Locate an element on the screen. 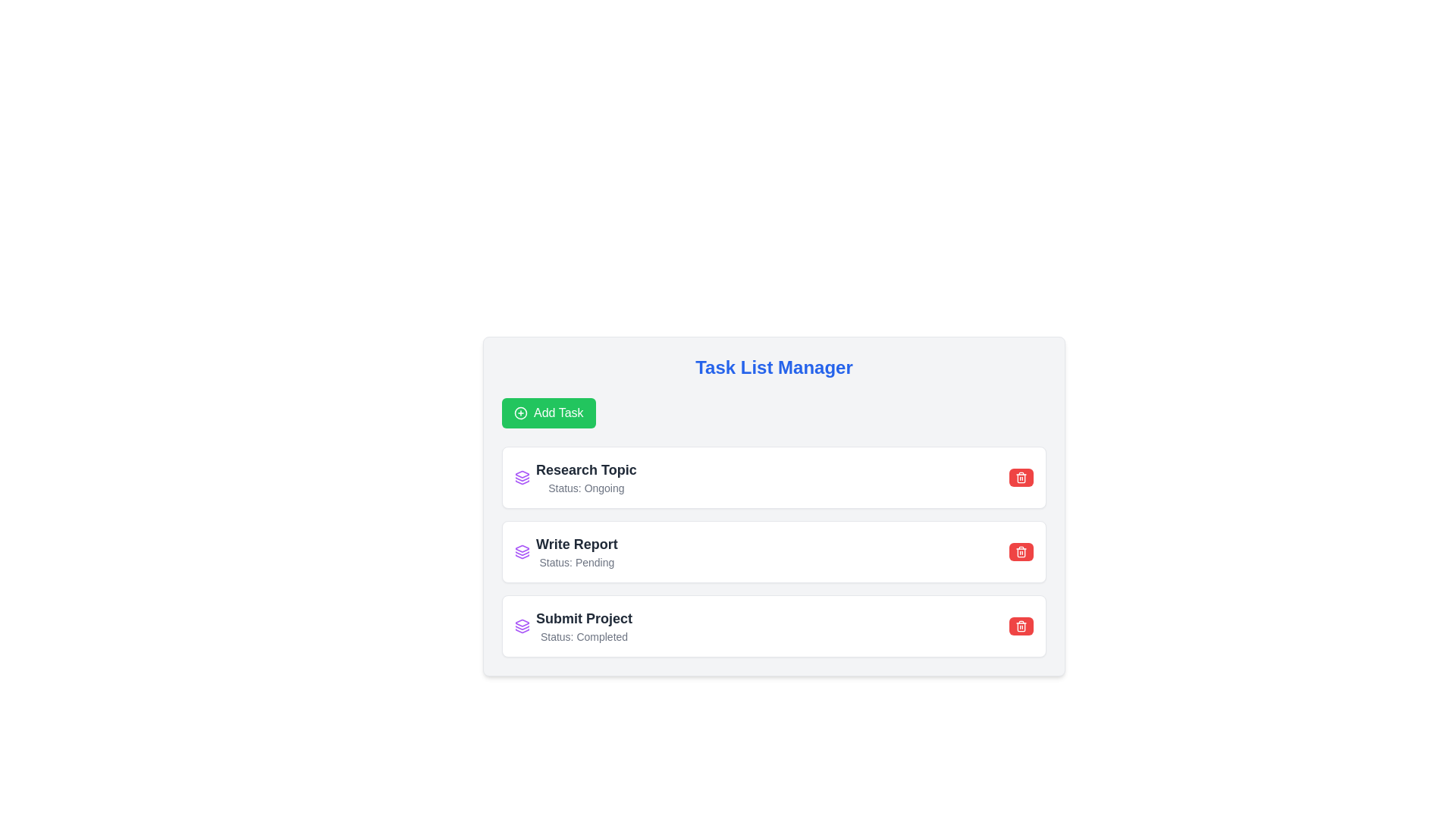  the delete button located at the top-right corner of the 'Submit Project' card is located at coordinates (1021, 626).